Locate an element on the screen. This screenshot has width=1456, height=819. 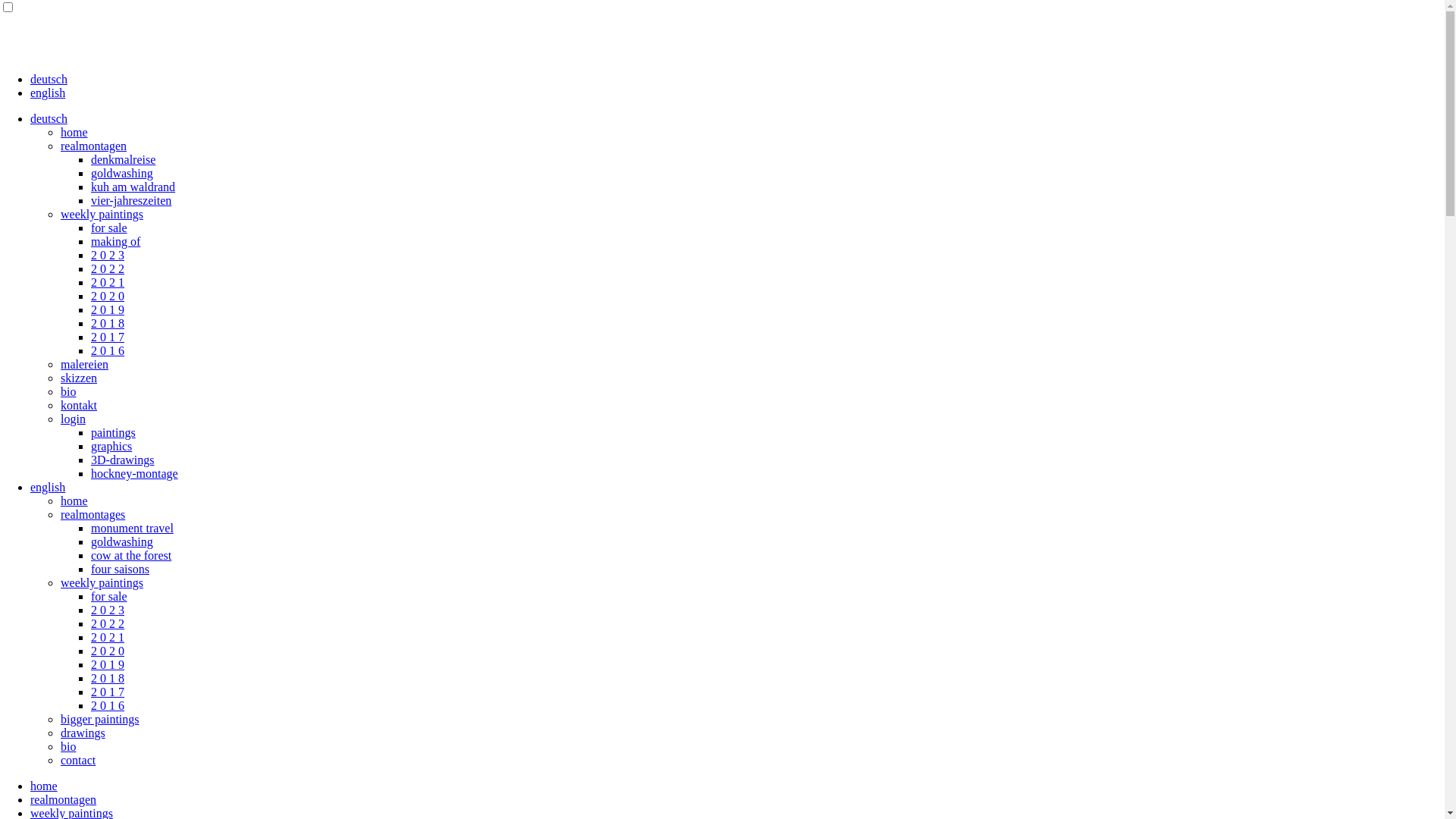
'deutsch' is located at coordinates (49, 118).